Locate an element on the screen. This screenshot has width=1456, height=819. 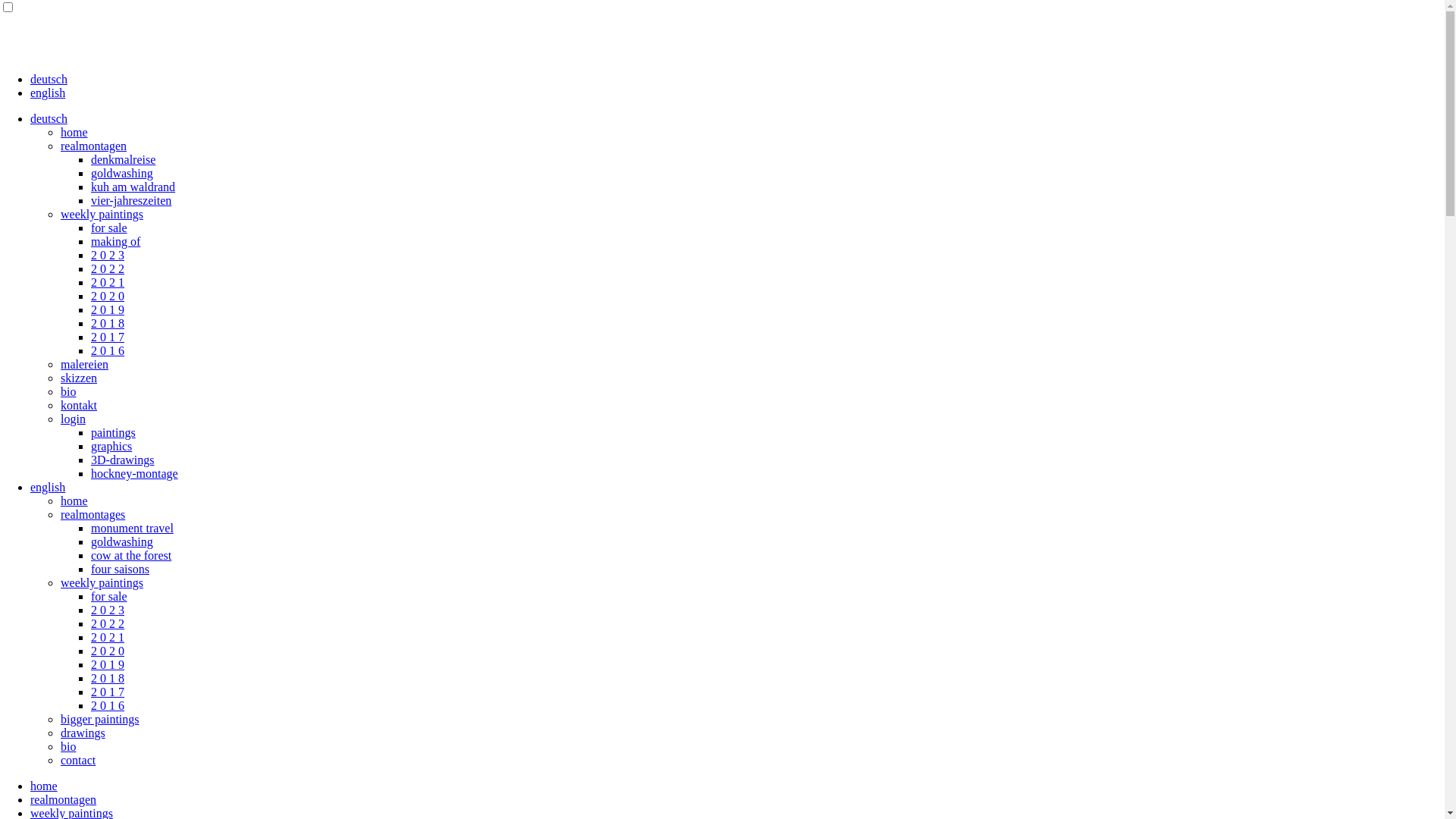
'deutsch' is located at coordinates (49, 118).